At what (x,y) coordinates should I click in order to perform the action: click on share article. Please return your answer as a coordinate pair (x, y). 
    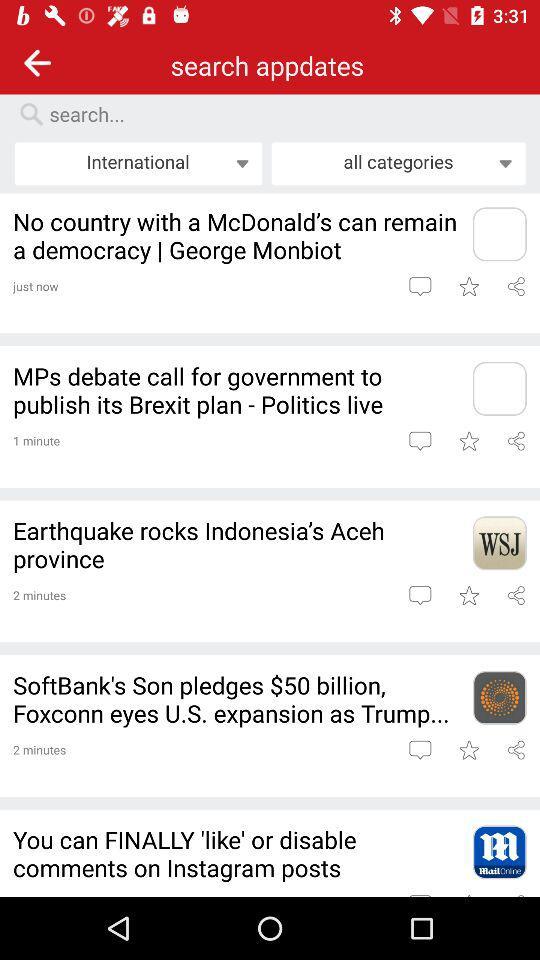
    Looking at the image, I should click on (516, 748).